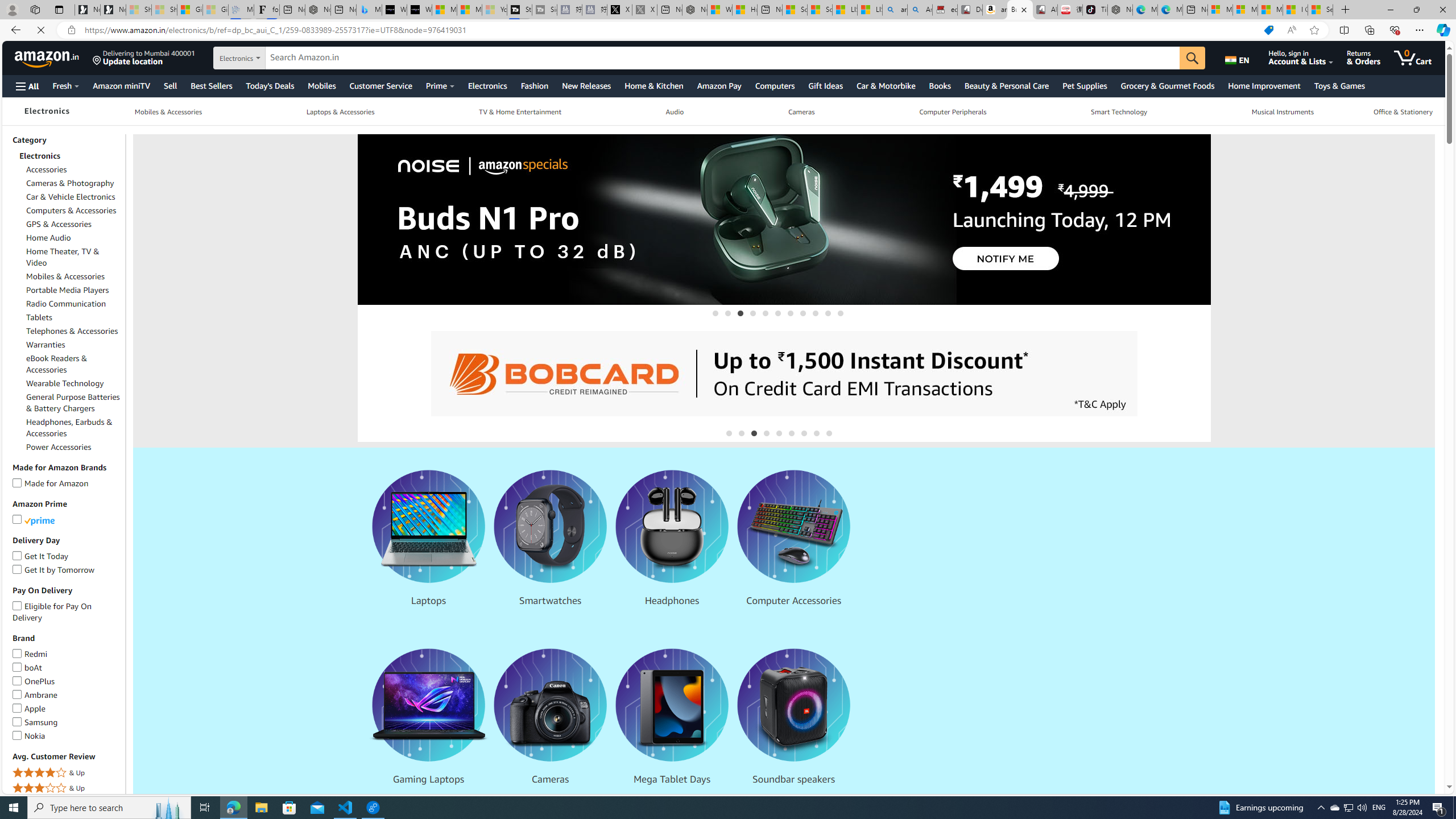 The image size is (1456, 819). What do you see at coordinates (317, 9) in the screenshot?
I see `'Nordace - #1 Japanese Best-Seller - Siena Smart Backpack'` at bounding box center [317, 9].